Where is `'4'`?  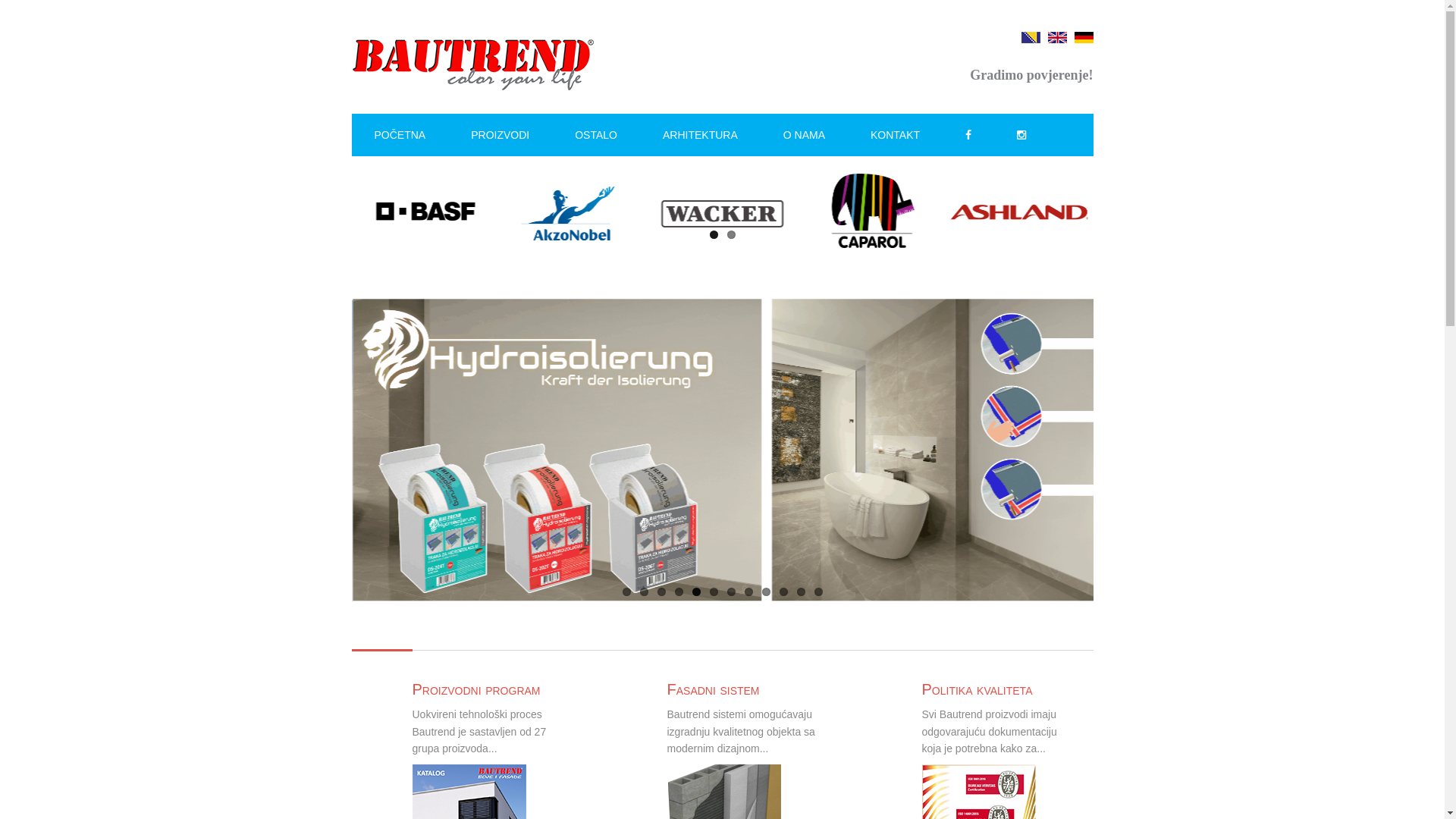
'4' is located at coordinates (678, 591).